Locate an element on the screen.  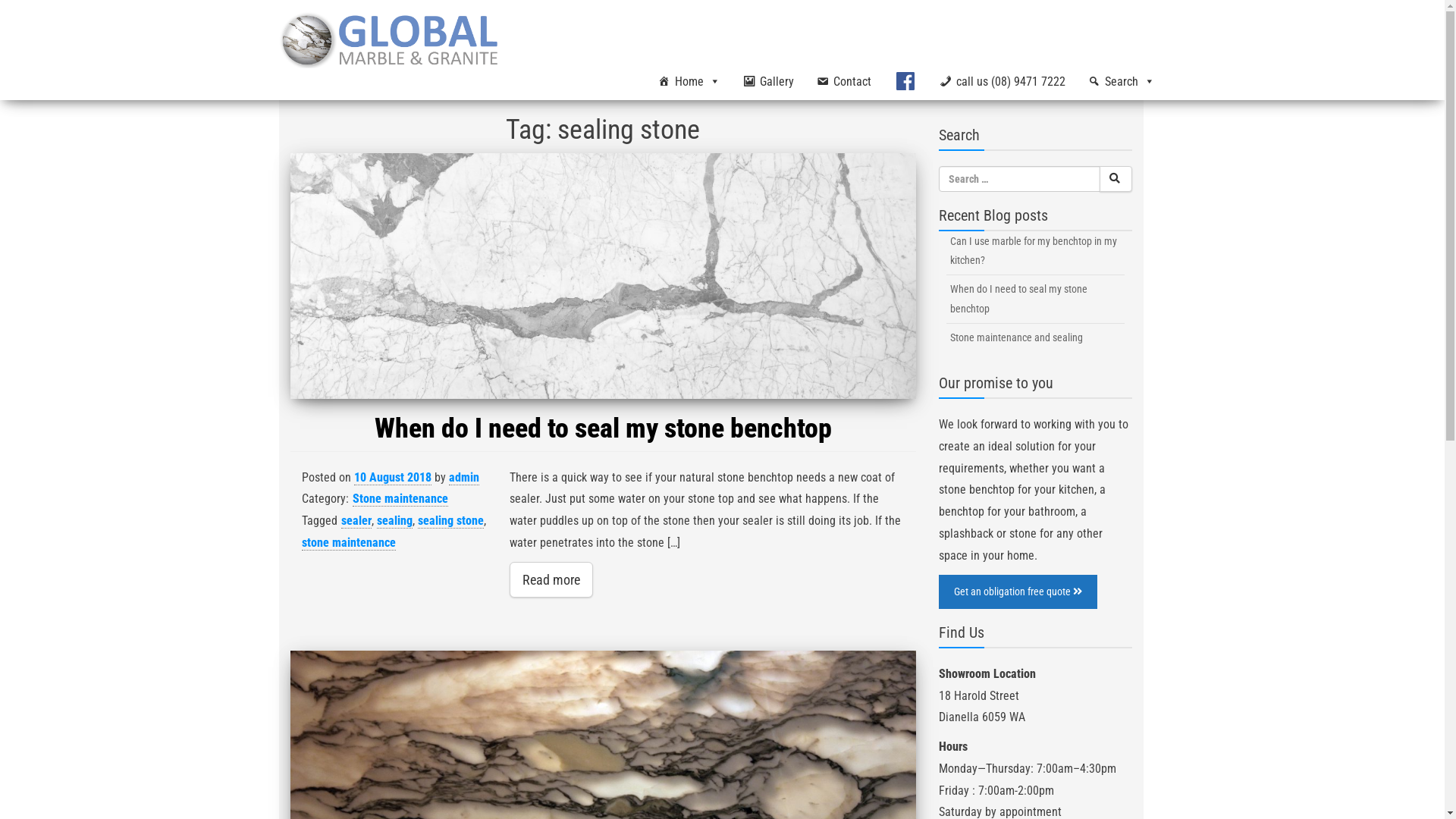
'Stone maintenance and sealing' is located at coordinates (1034, 337).